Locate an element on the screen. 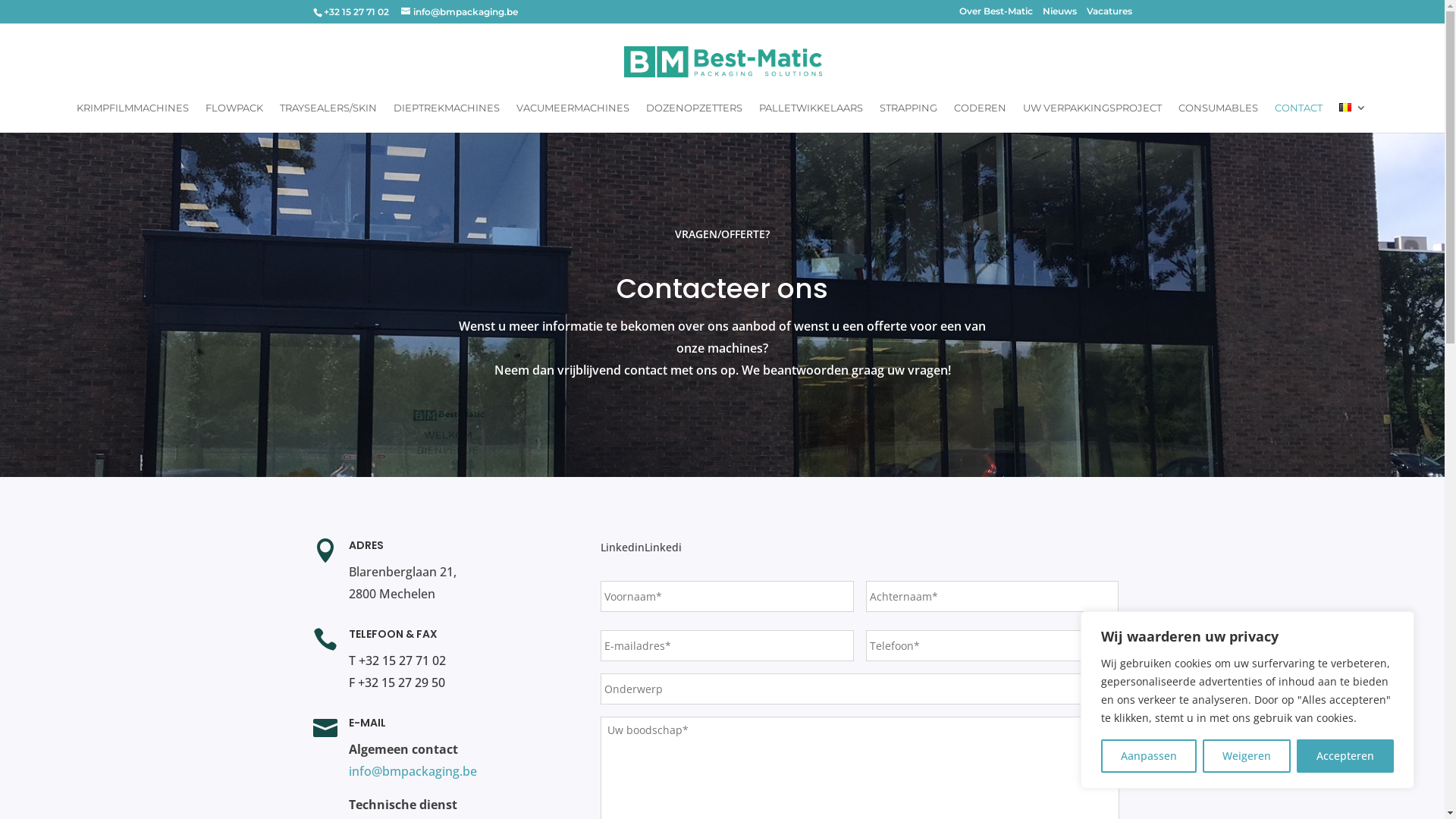 The height and width of the screenshot is (819, 1456). 'CODEREN' is located at coordinates (952, 116).